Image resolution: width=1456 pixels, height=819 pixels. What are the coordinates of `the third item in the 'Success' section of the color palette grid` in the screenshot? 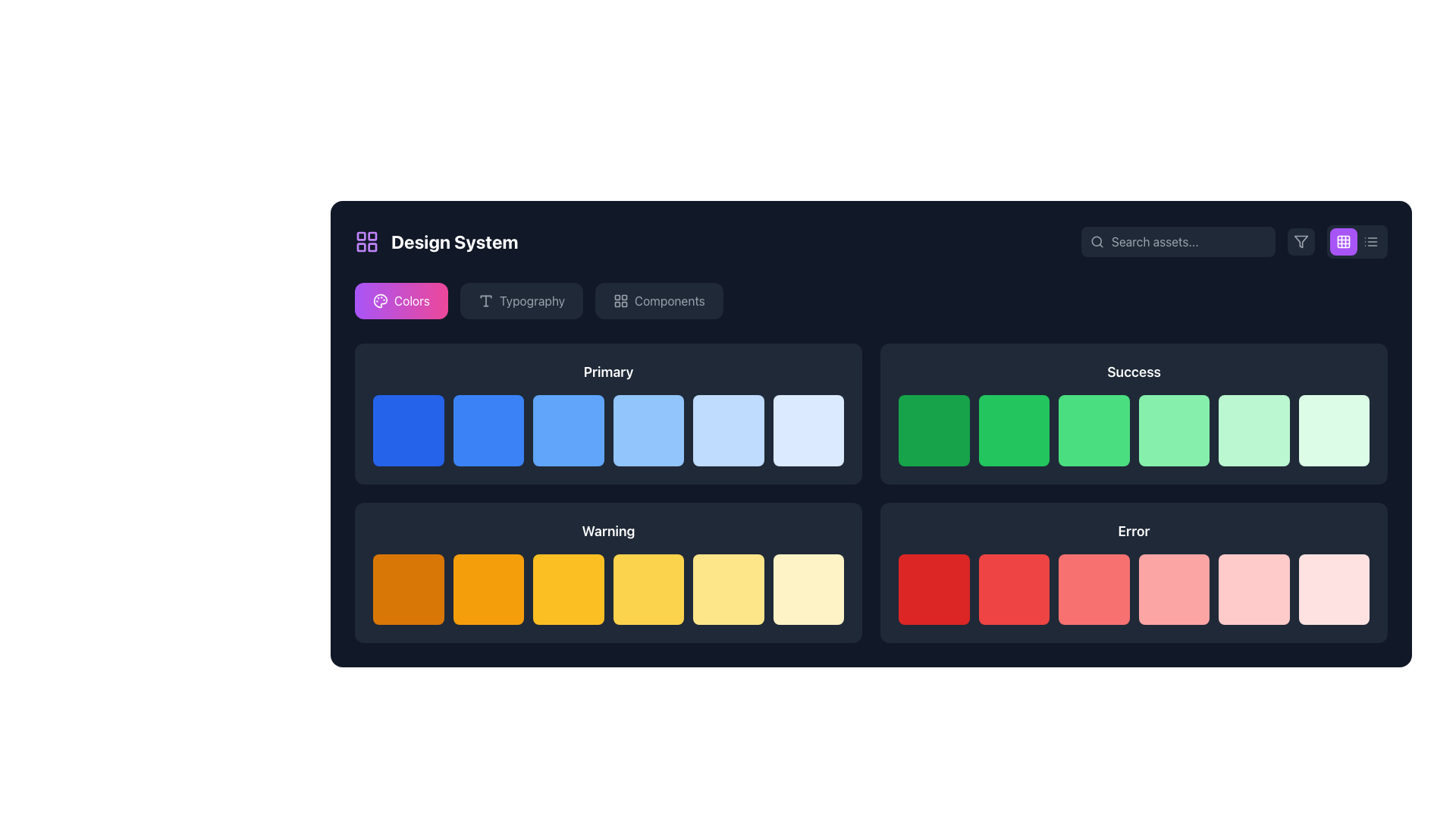 It's located at (1134, 430).